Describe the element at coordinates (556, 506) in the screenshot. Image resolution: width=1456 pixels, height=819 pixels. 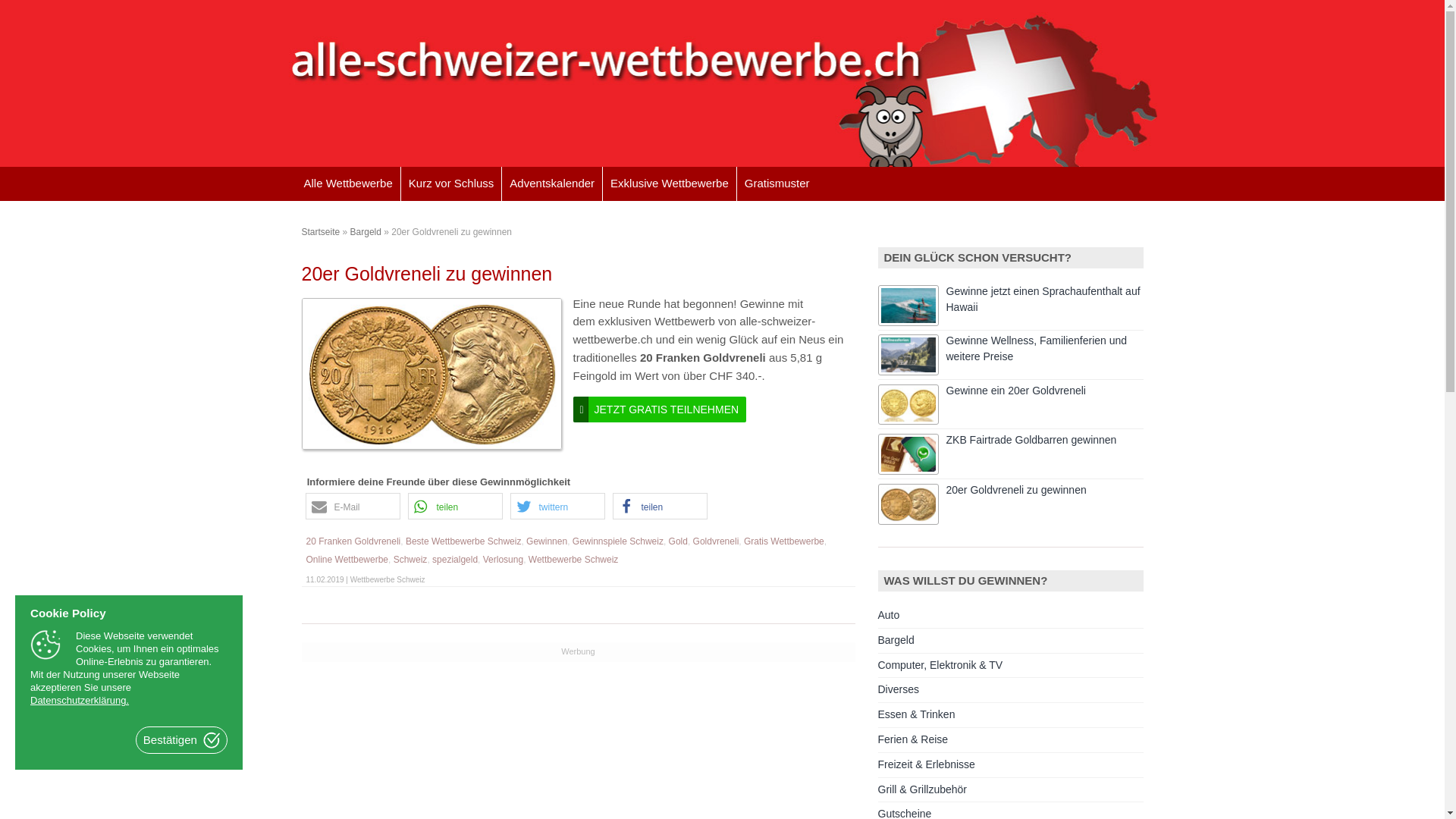
I see `'twittern '` at that location.